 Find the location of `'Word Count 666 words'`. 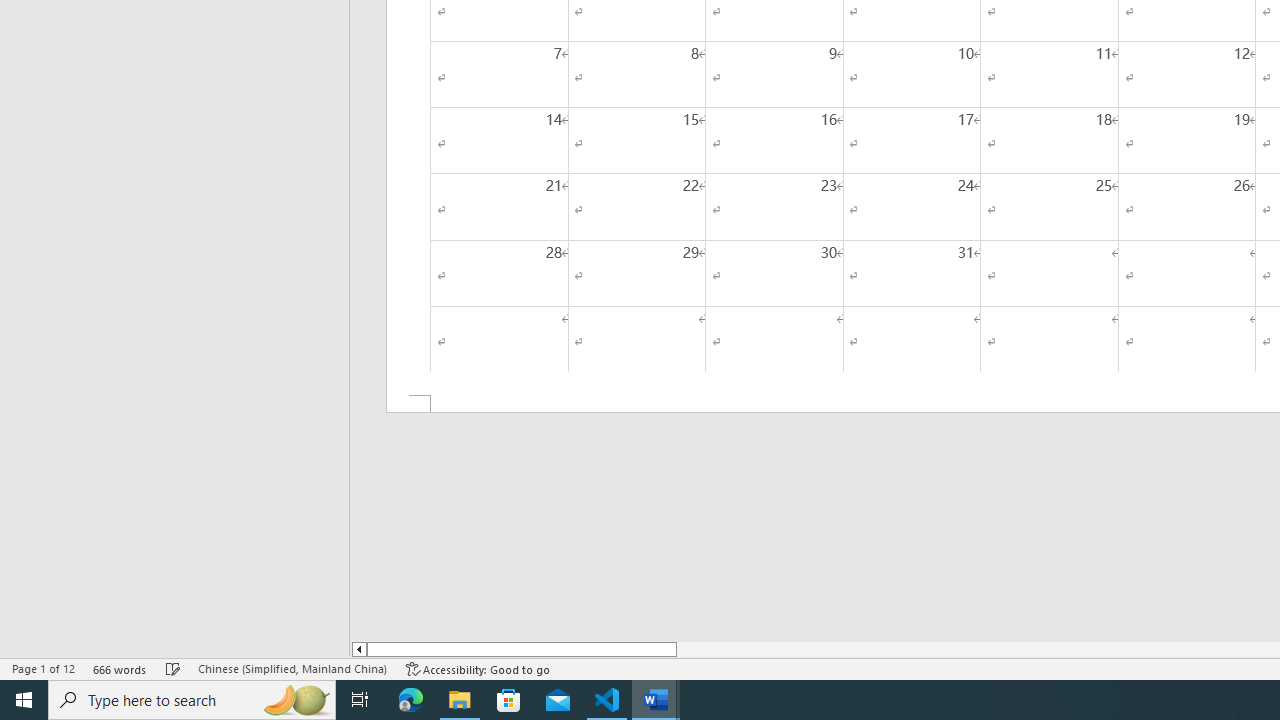

'Word Count 666 words' is located at coordinates (119, 669).